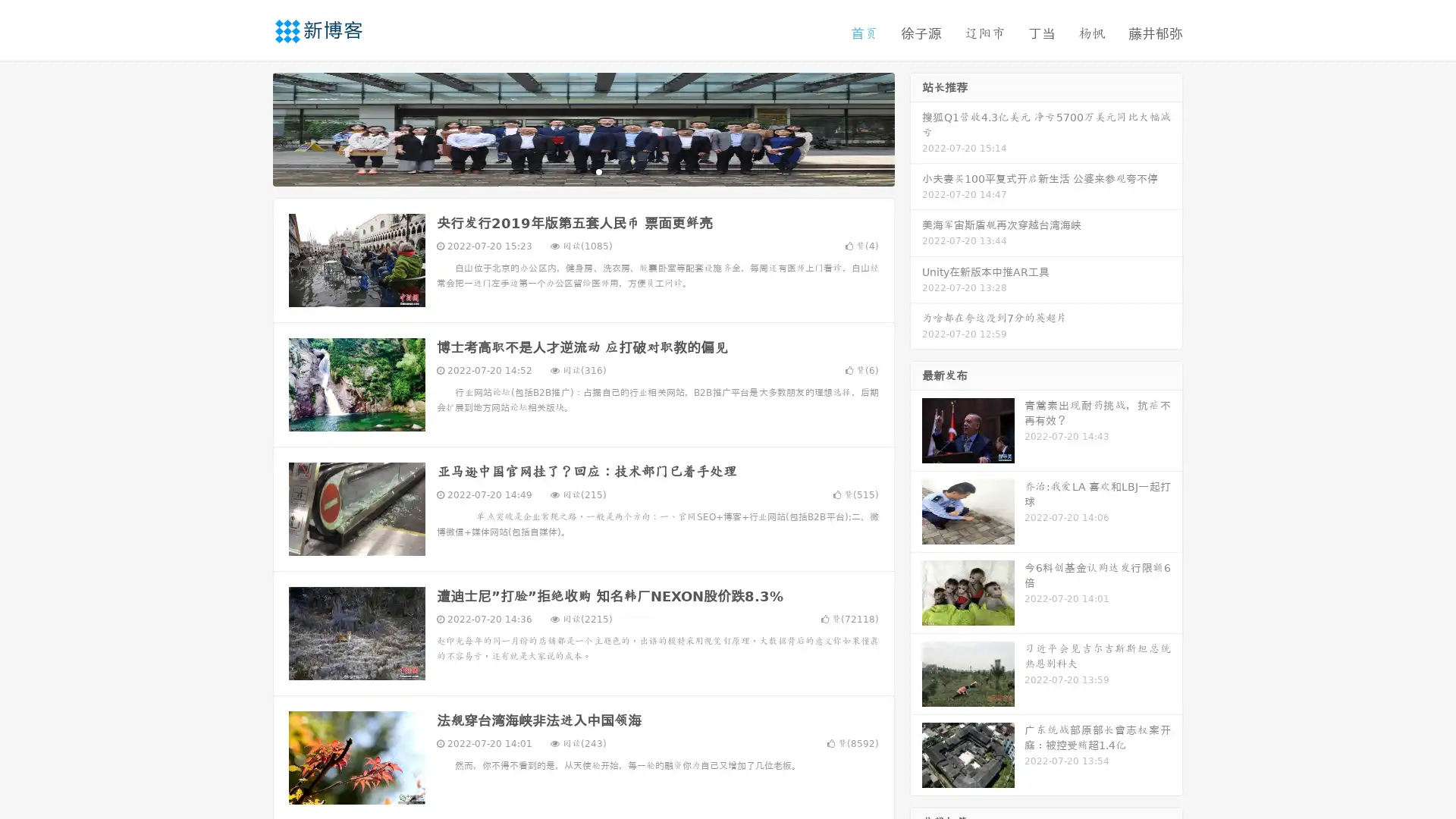 The width and height of the screenshot is (1456, 819). I want to click on Previous slide, so click(250, 127).